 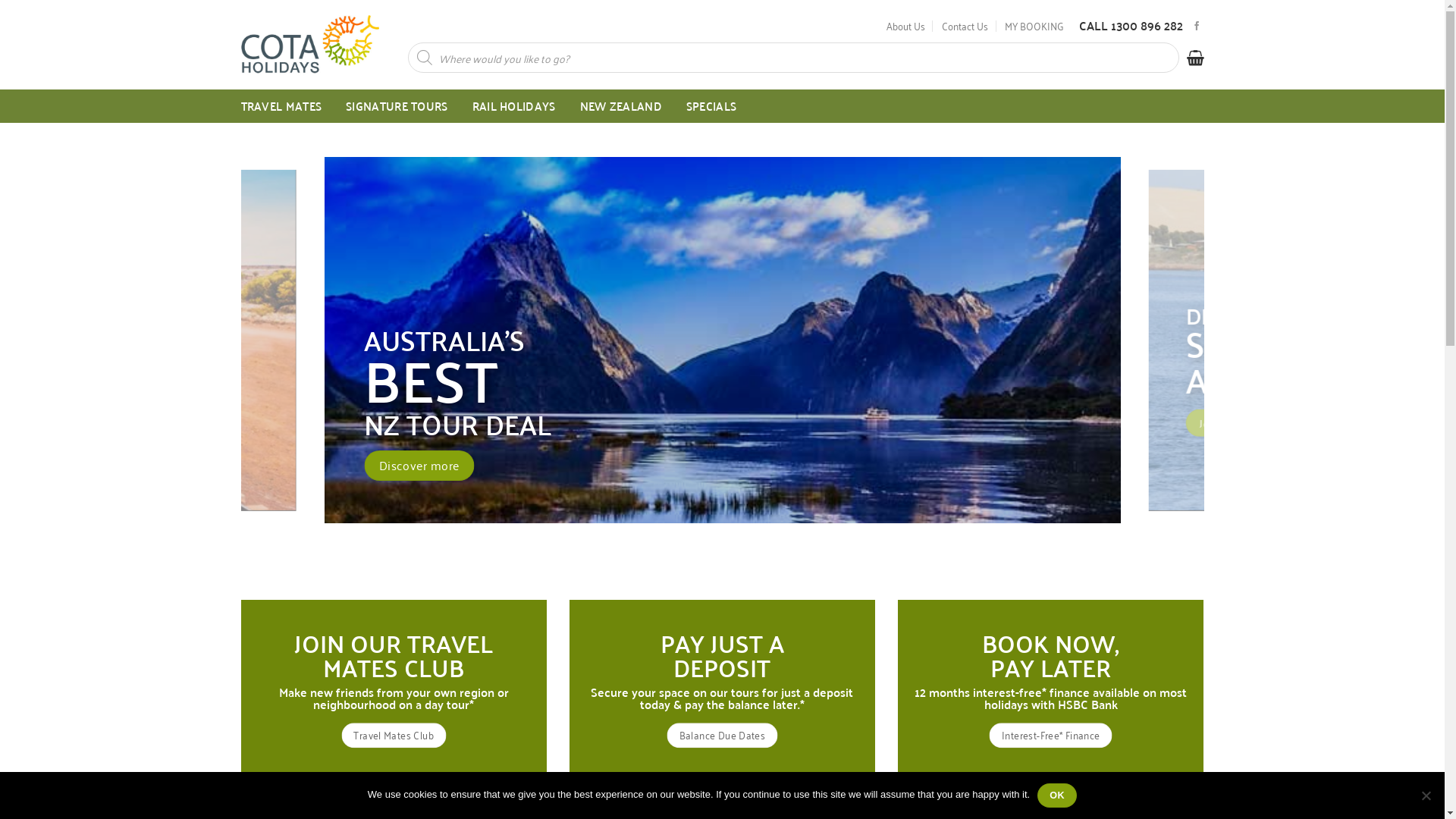 What do you see at coordinates (397, 105) in the screenshot?
I see `'SIGNATURE TOURS'` at bounding box center [397, 105].